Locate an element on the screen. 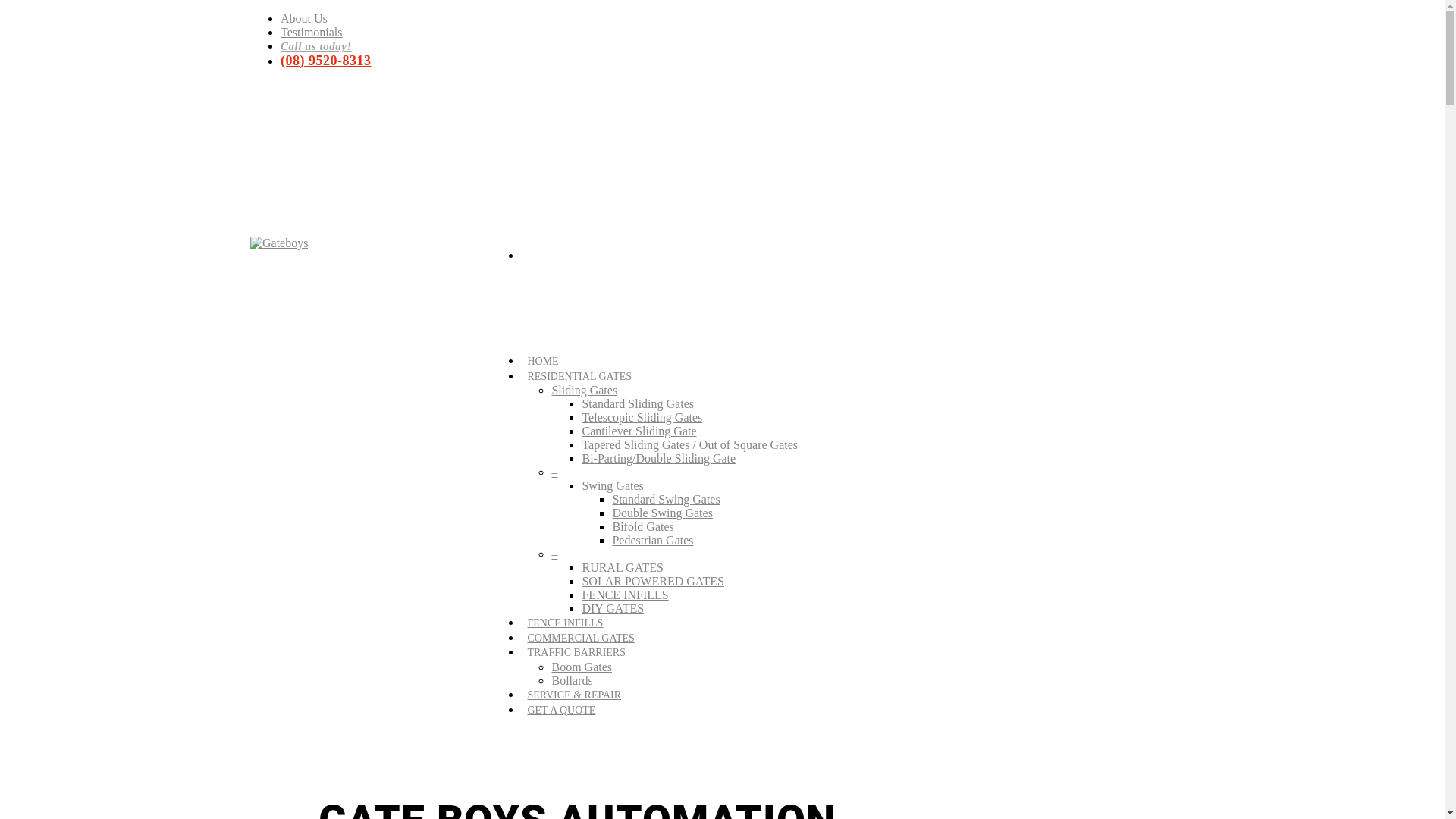  'Double Swing Gates' is located at coordinates (662, 512).